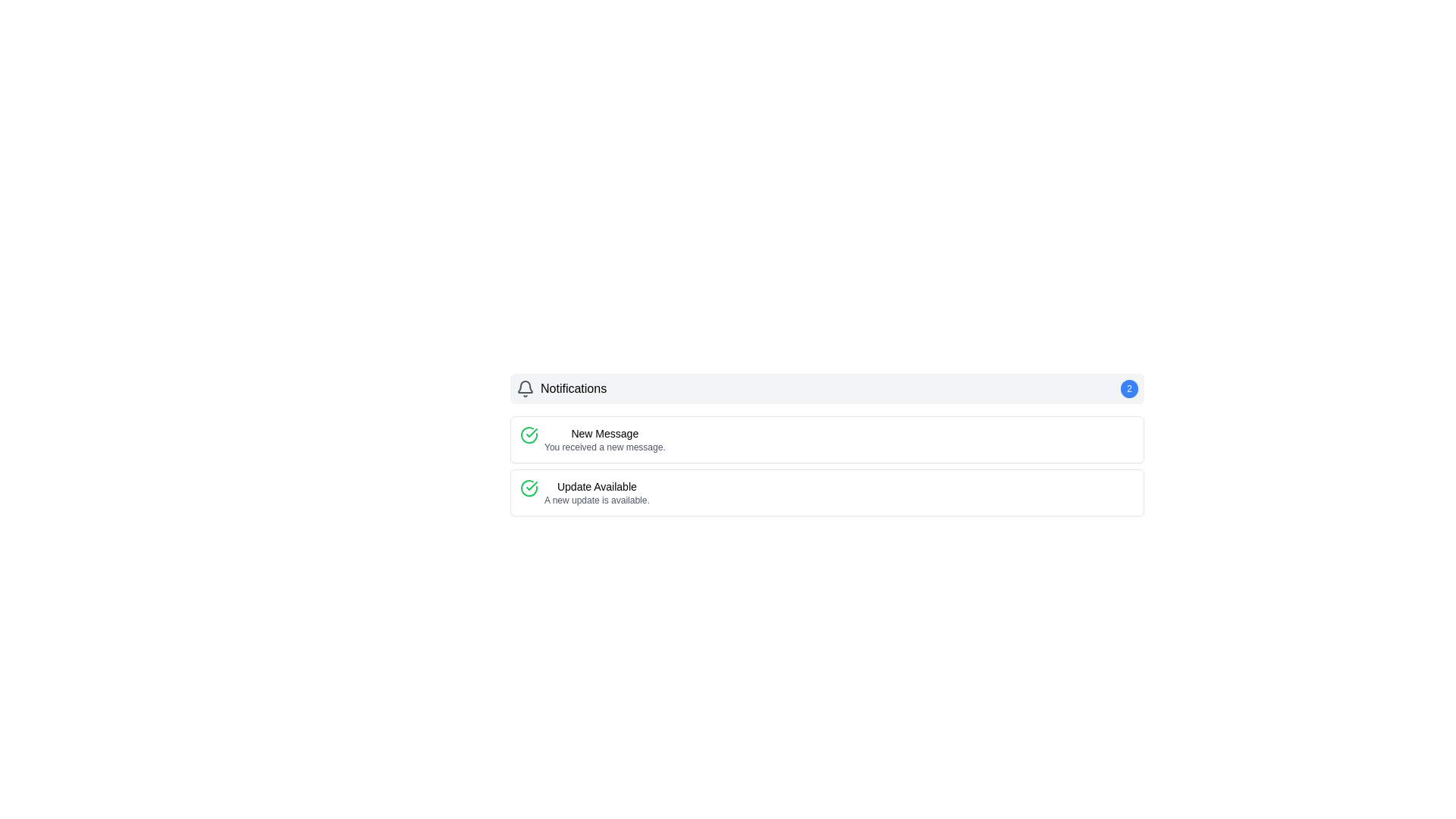 This screenshot has height=819, width=1456. What do you see at coordinates (604, 439) in the screenshot?
I see `the Text Label that displays 'New Message' and 'You received a new message.' located in the top notification card under a green checkmark symbol` at bounding box center [604, 439].